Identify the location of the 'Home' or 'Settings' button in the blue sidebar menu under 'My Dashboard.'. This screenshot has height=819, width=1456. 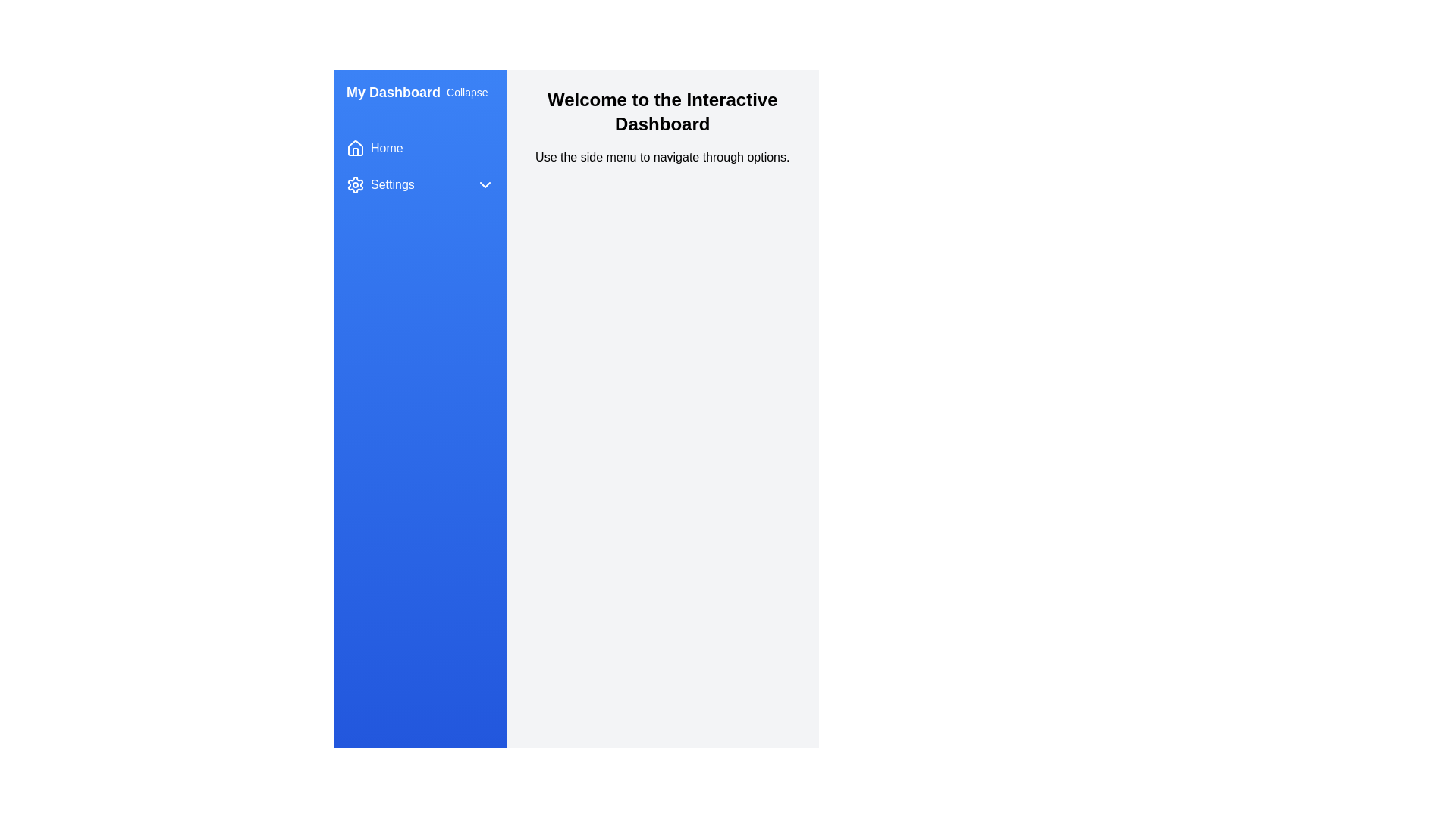
(420, 166).